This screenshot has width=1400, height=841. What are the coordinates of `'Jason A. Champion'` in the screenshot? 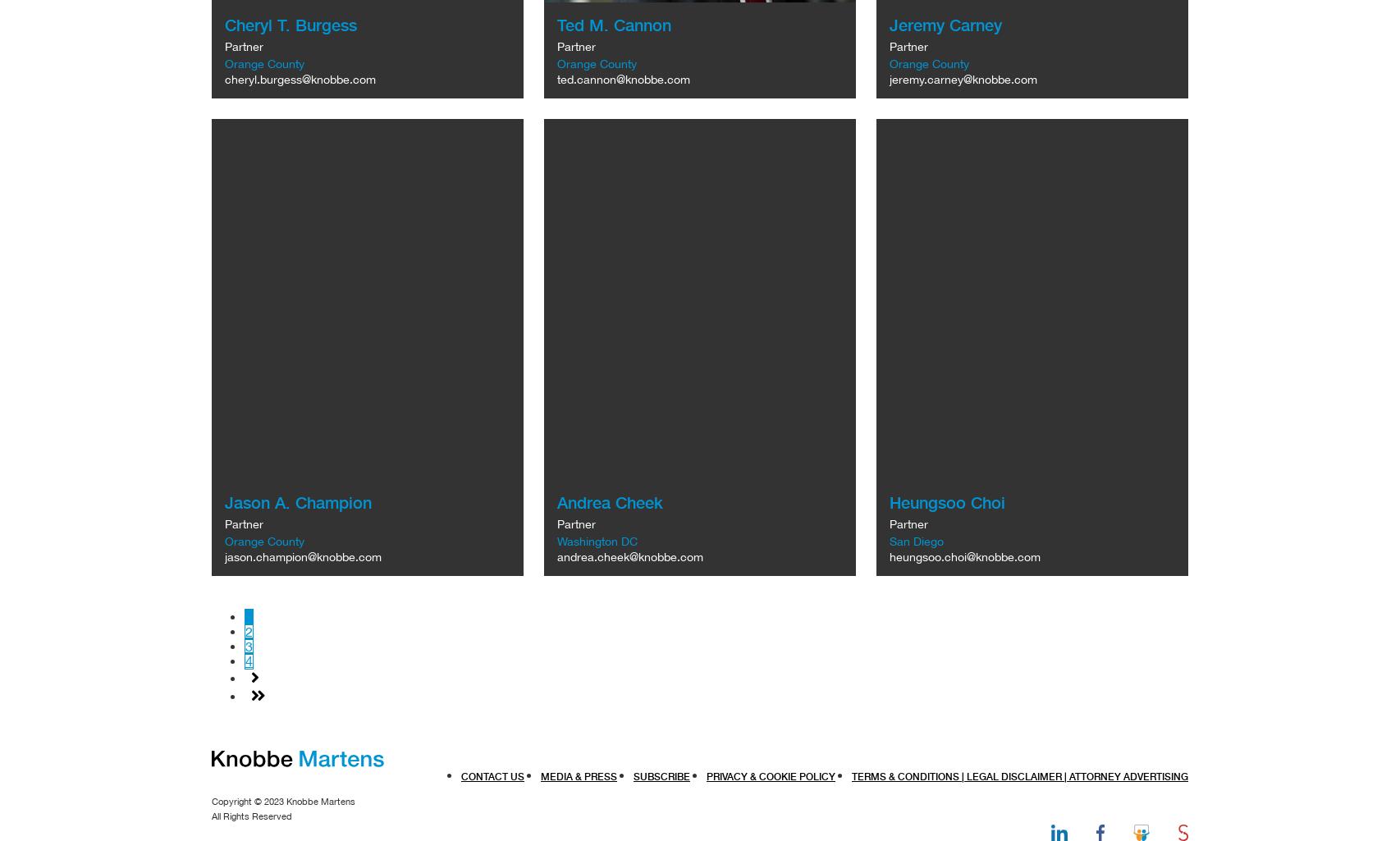 It's located at (298, 501).